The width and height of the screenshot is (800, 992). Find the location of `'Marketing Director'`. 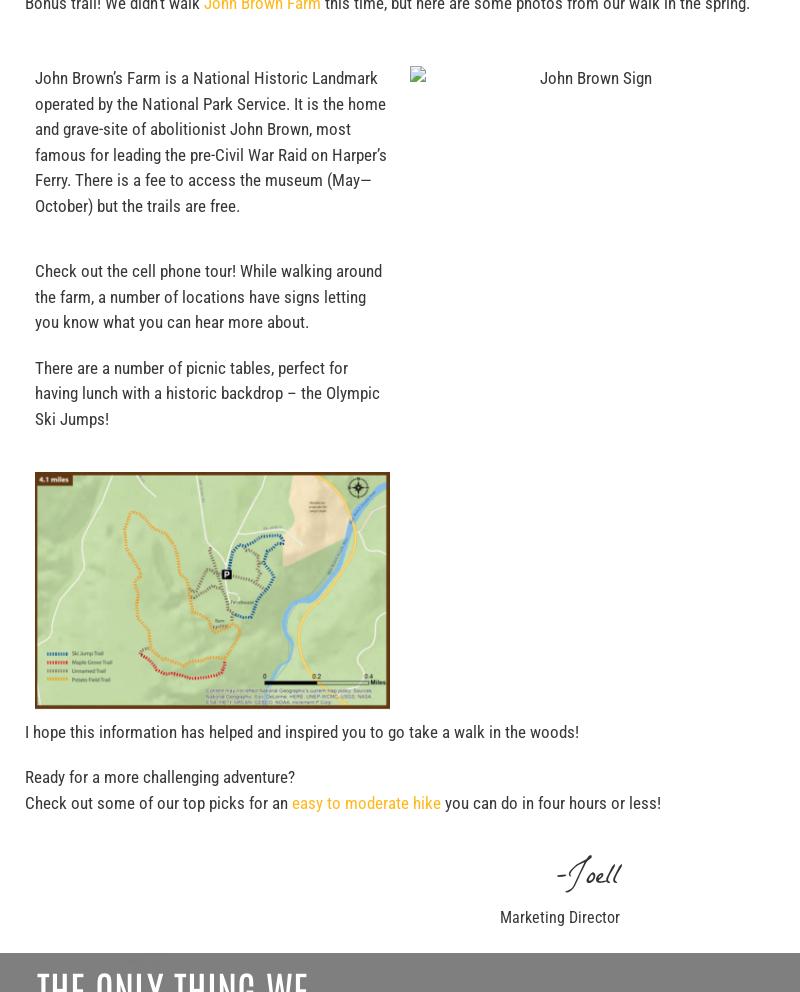

'Marketing Director' is located at coordinates (560, 916).